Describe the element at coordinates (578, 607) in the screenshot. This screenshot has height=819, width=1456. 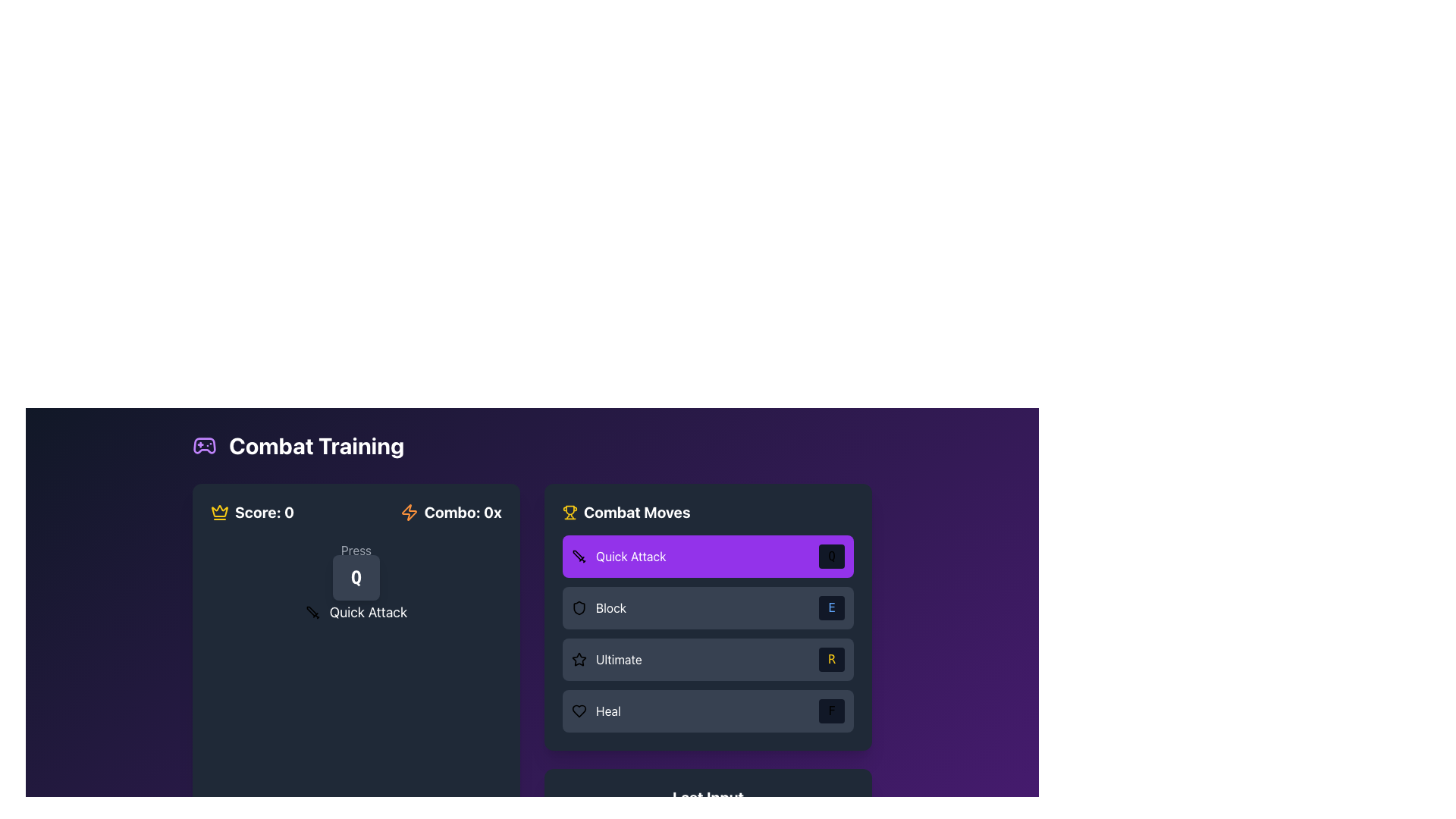
I see `the shield icon representing the 'Block' action in the 'Combat Moves' section, which is located second from the top in the vertical list of action icons` at that location.